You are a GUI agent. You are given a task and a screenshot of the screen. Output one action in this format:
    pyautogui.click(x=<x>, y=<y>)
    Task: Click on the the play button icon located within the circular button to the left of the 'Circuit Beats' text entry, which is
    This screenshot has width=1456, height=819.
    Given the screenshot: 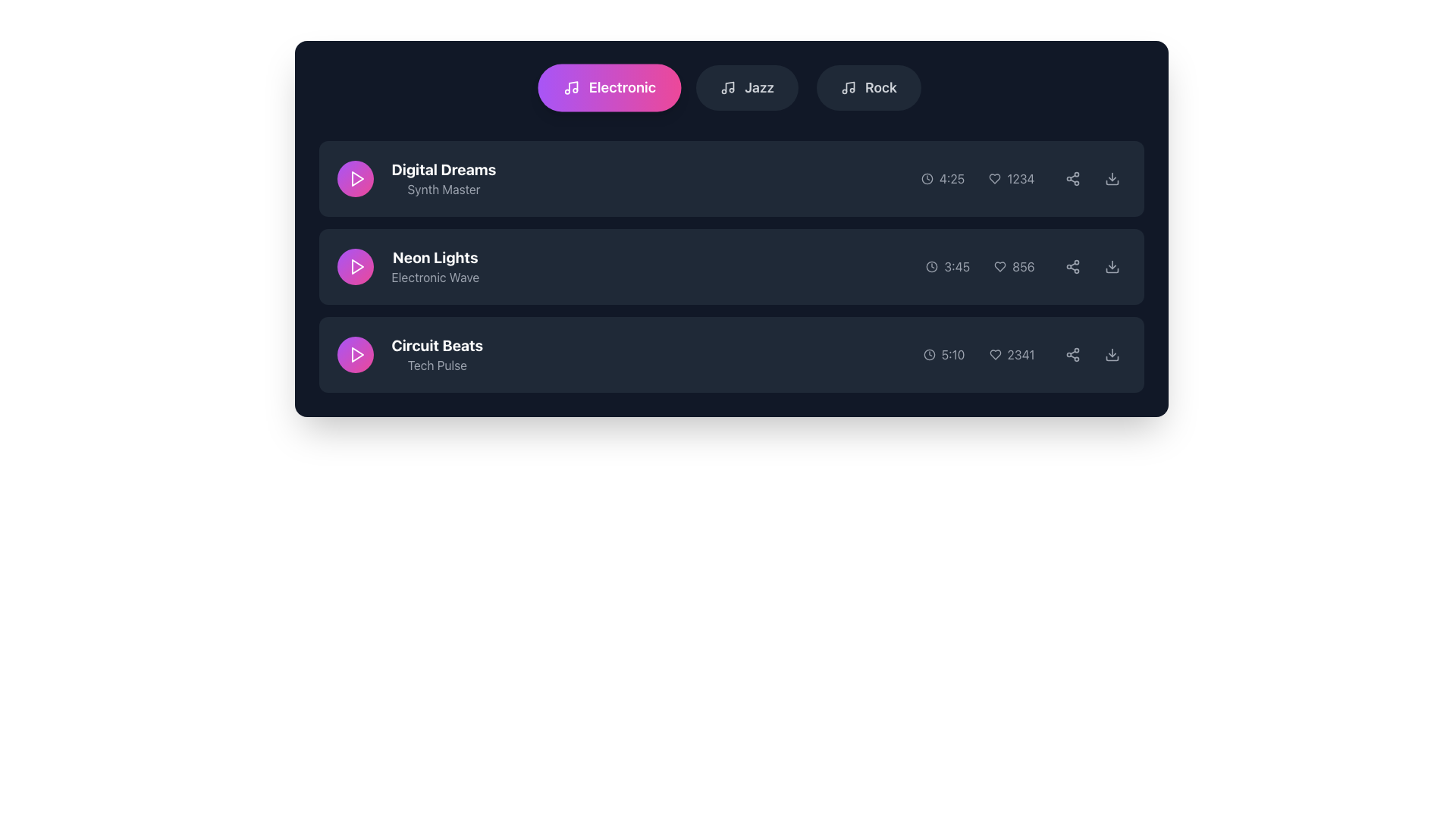 What is the action you would take?
    pyautogui.click(x=356, y=354)
    